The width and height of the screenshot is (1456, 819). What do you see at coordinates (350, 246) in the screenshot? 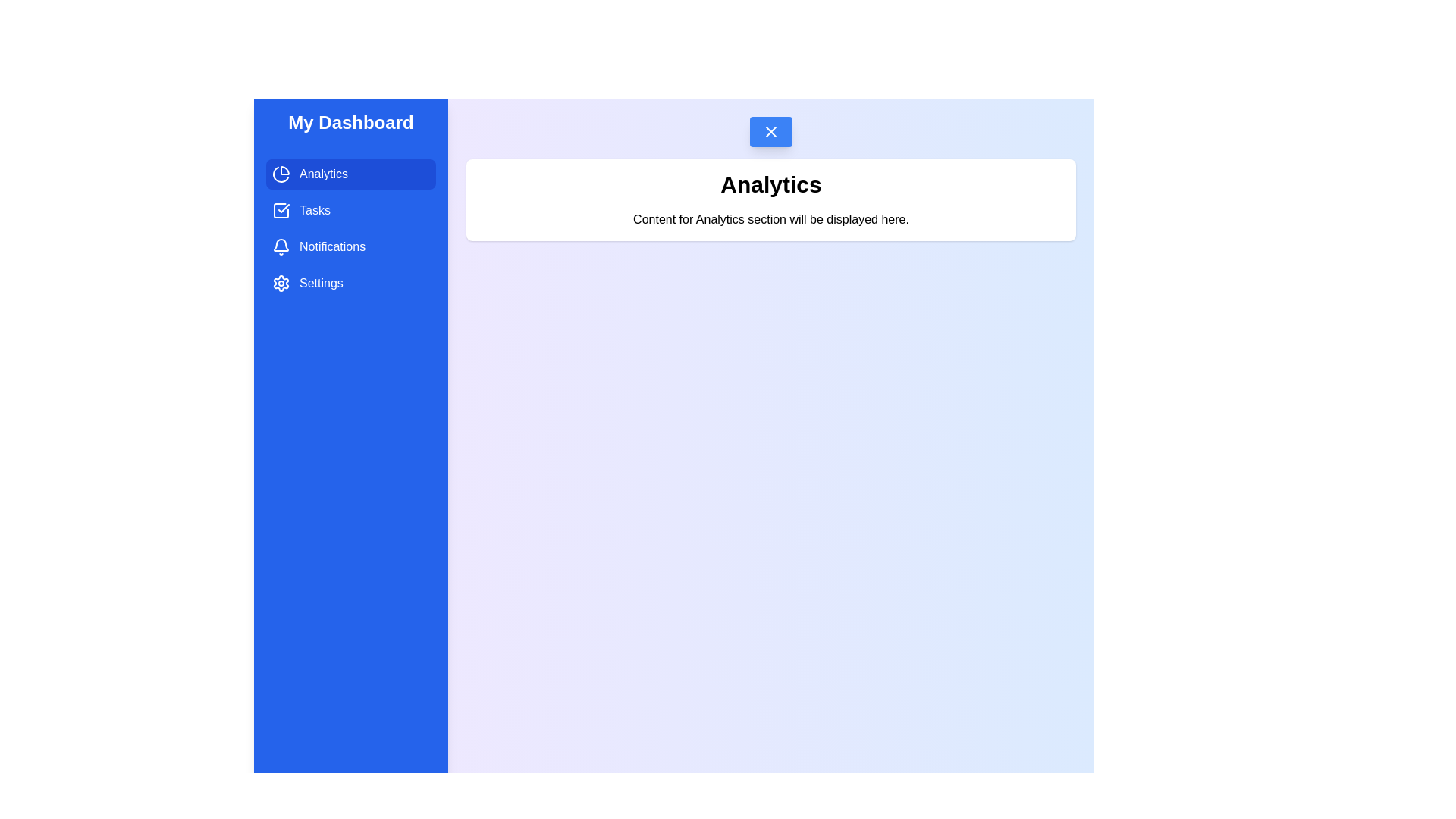
I see `the Notifications tab from the drawer menu` at bounding box center [350, 246].